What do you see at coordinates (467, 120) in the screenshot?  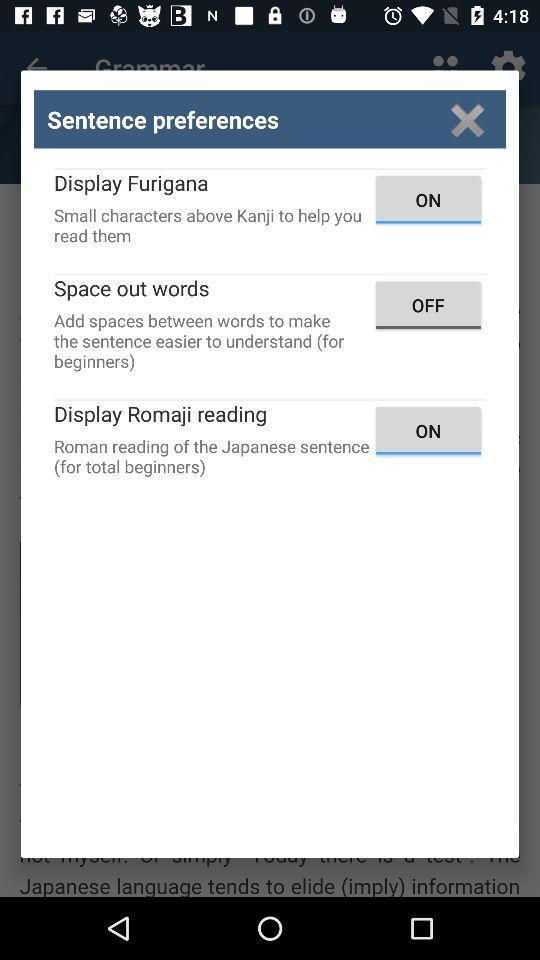 I see `close` at bounding box center [467, 120].